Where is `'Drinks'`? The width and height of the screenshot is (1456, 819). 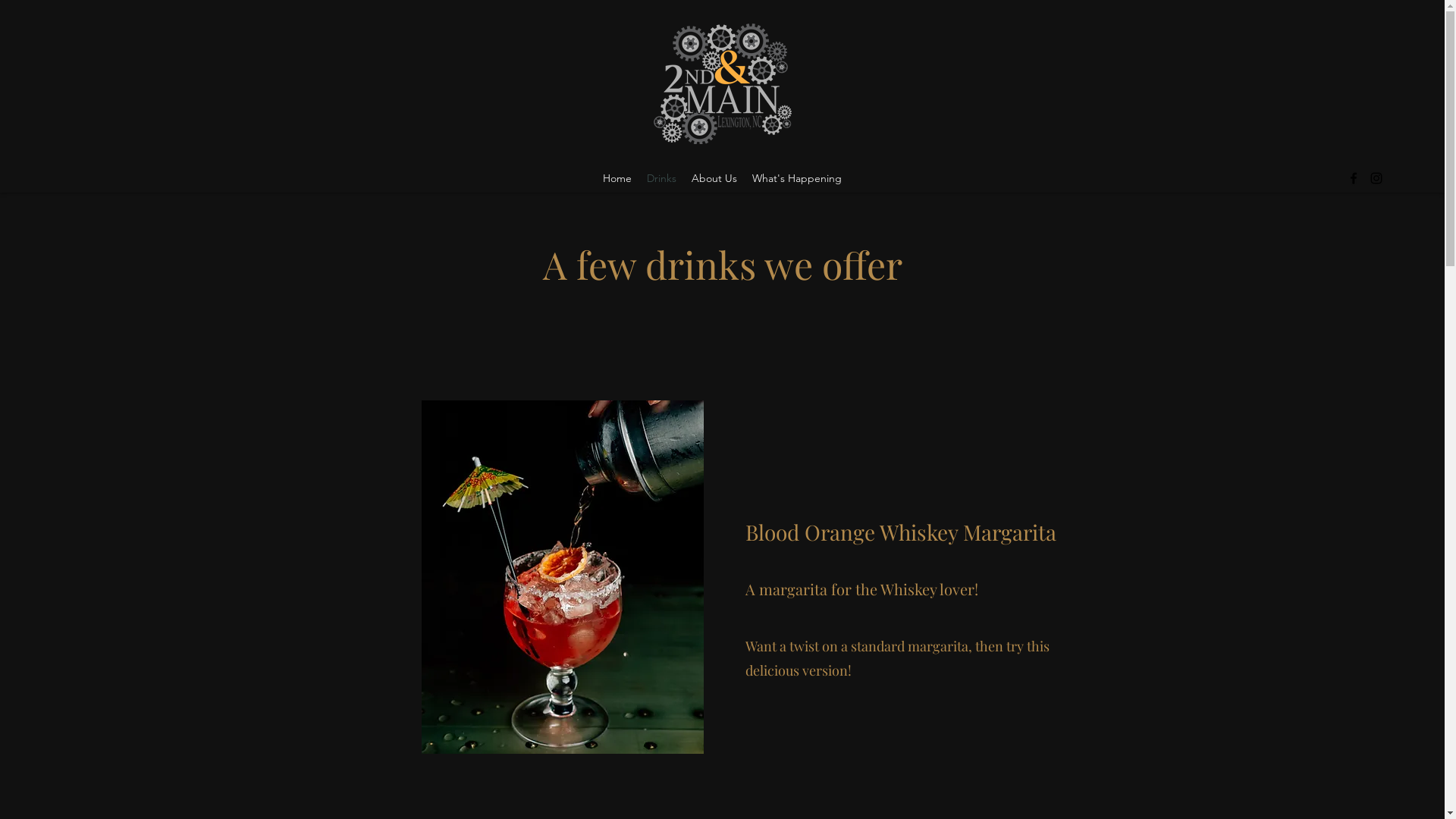 'Drinks' is located at coordinates (661, 177).